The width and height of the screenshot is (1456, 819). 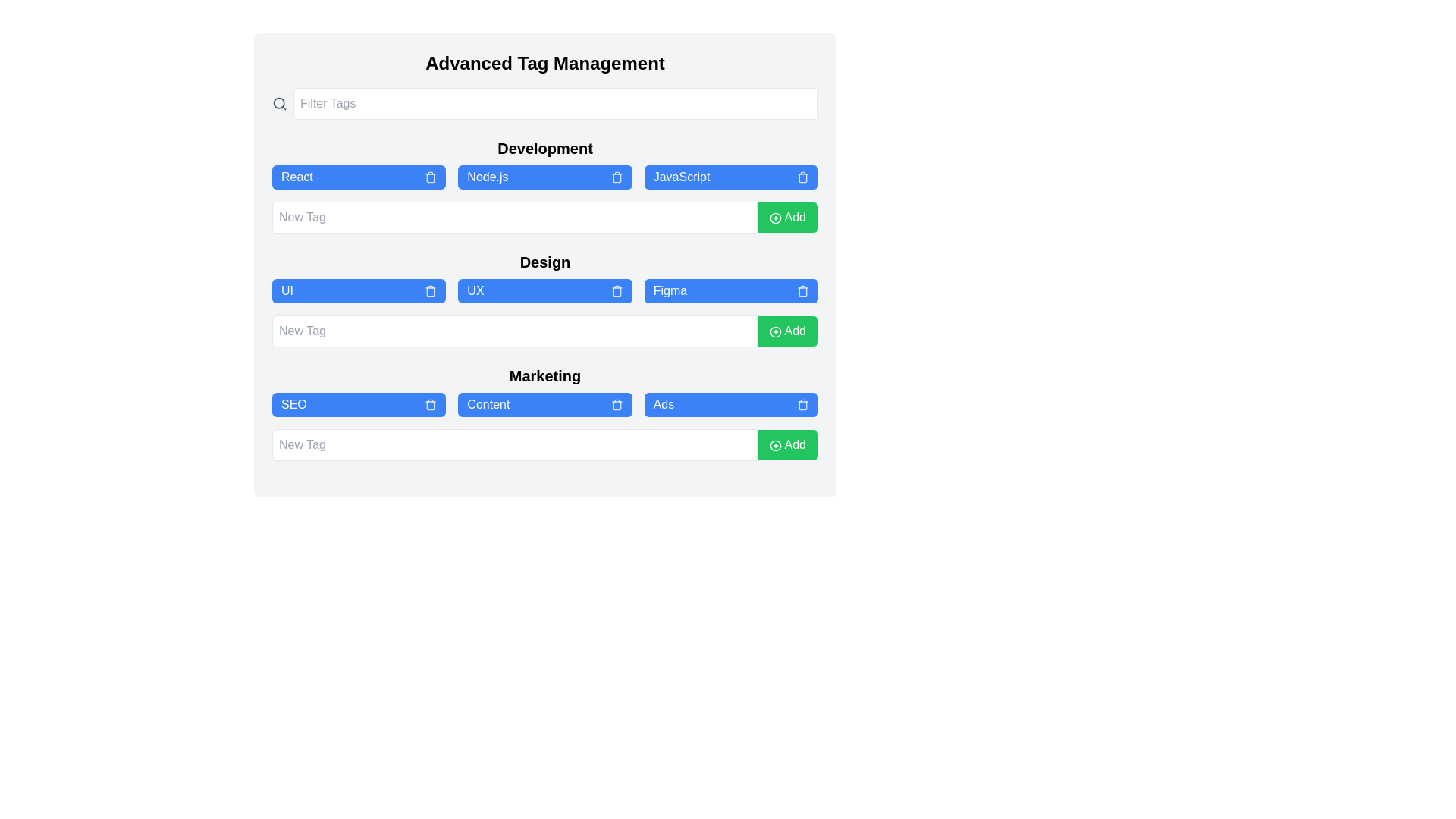 I want to click on the text label displaying 'Figma' in white color, which is located within a blue button in the 'Design' section of the interface, so click(x=669, y=291).